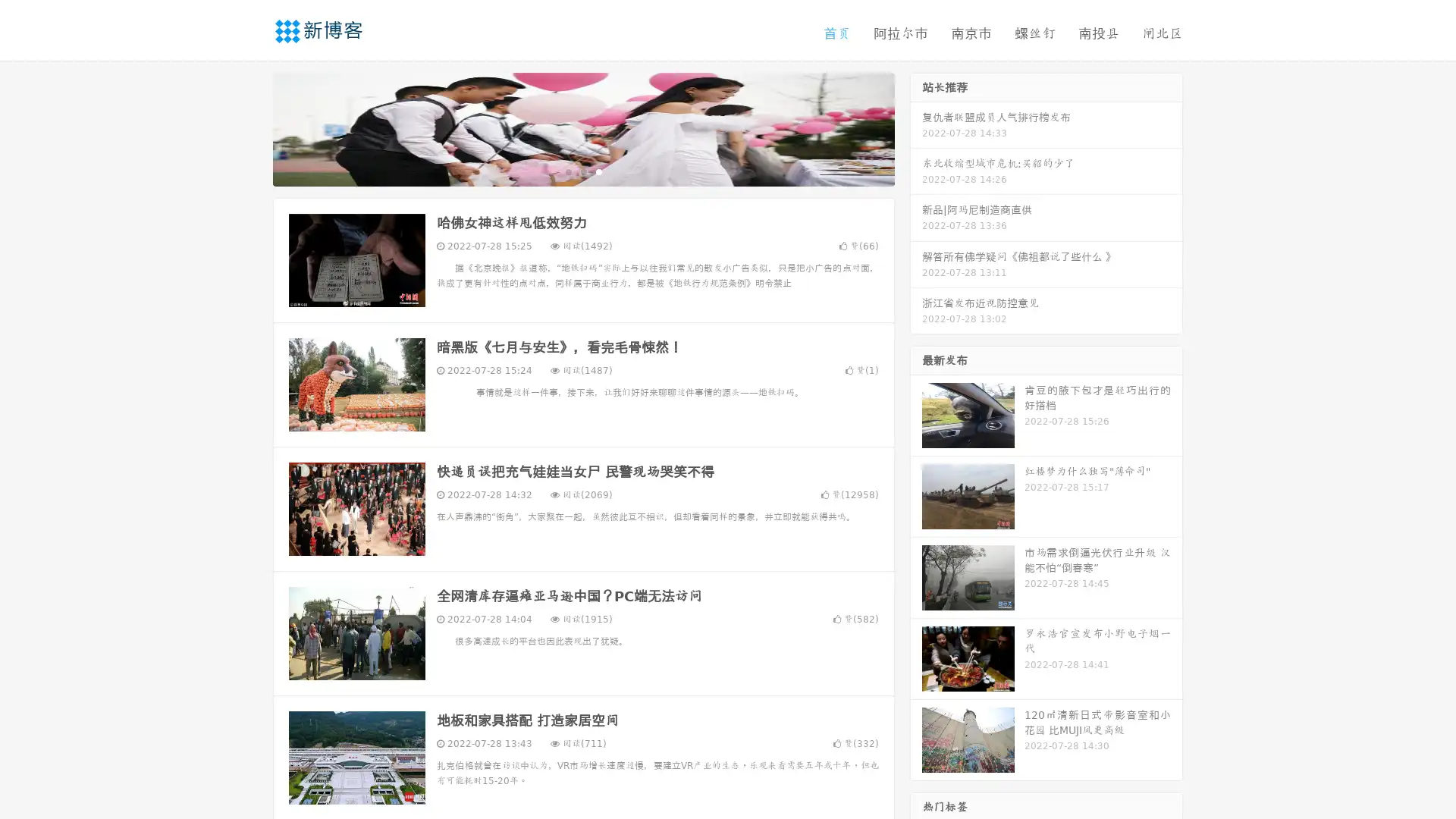  Describe the element at coordinates (916, 127) in the screenshot. I see `Next slide` at that location.